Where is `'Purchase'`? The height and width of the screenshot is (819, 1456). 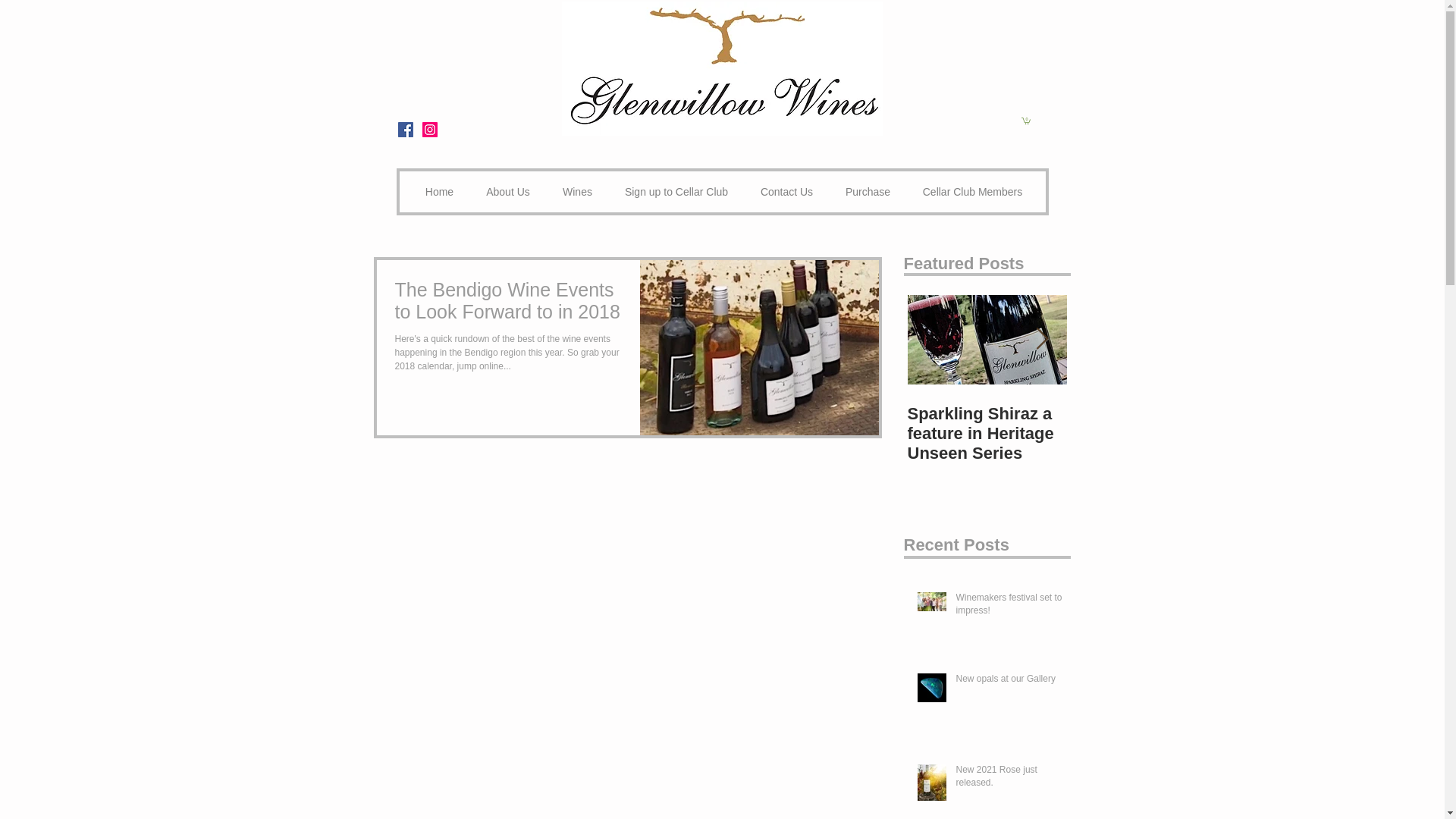
'Purchase' is located at coordinates (868, 191).